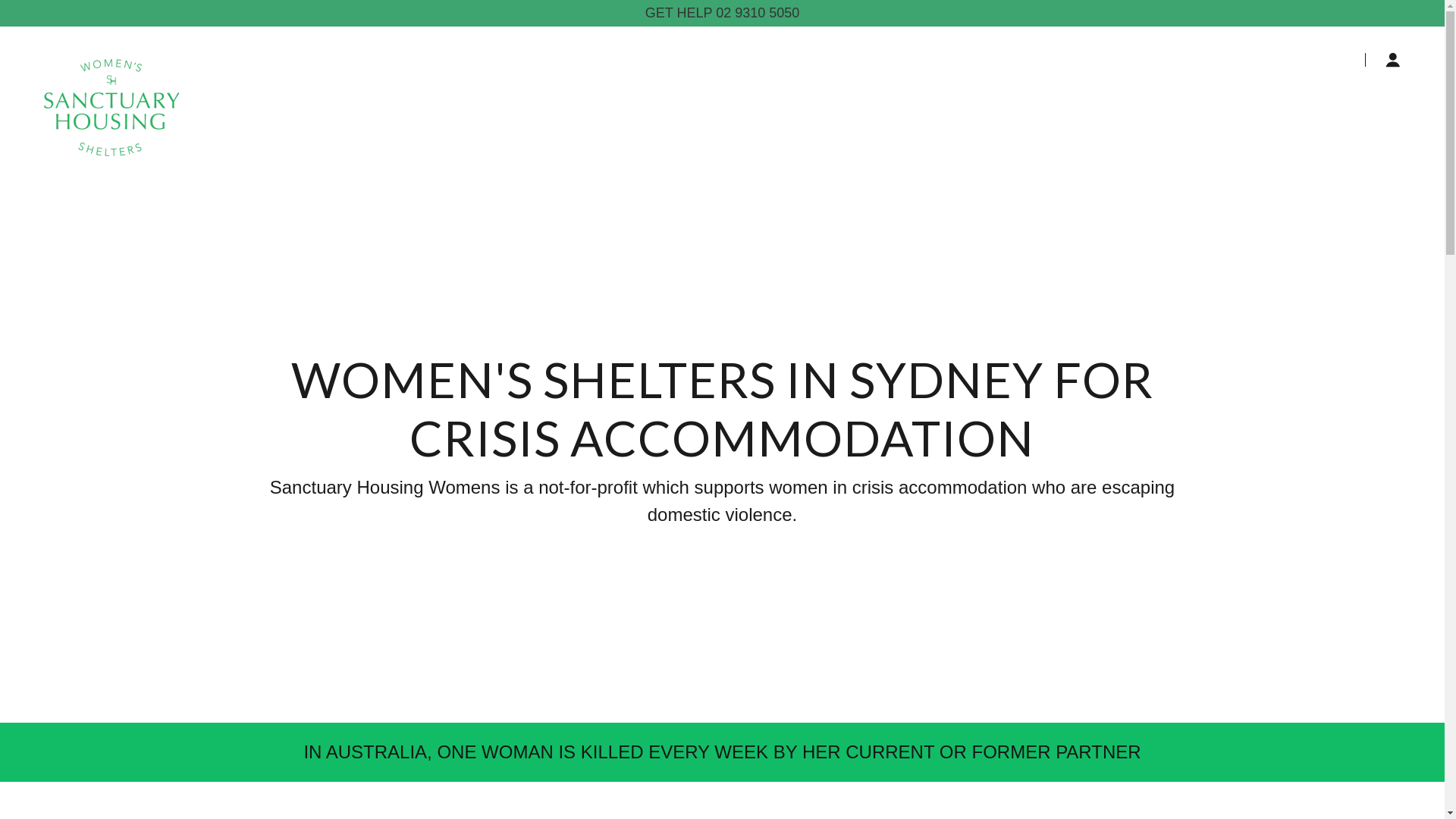  What do you see at coordinates (721, 13) in the screenshot?
I see `'GET HELP 02 9310 5050'` at bounding box center [721, 13].